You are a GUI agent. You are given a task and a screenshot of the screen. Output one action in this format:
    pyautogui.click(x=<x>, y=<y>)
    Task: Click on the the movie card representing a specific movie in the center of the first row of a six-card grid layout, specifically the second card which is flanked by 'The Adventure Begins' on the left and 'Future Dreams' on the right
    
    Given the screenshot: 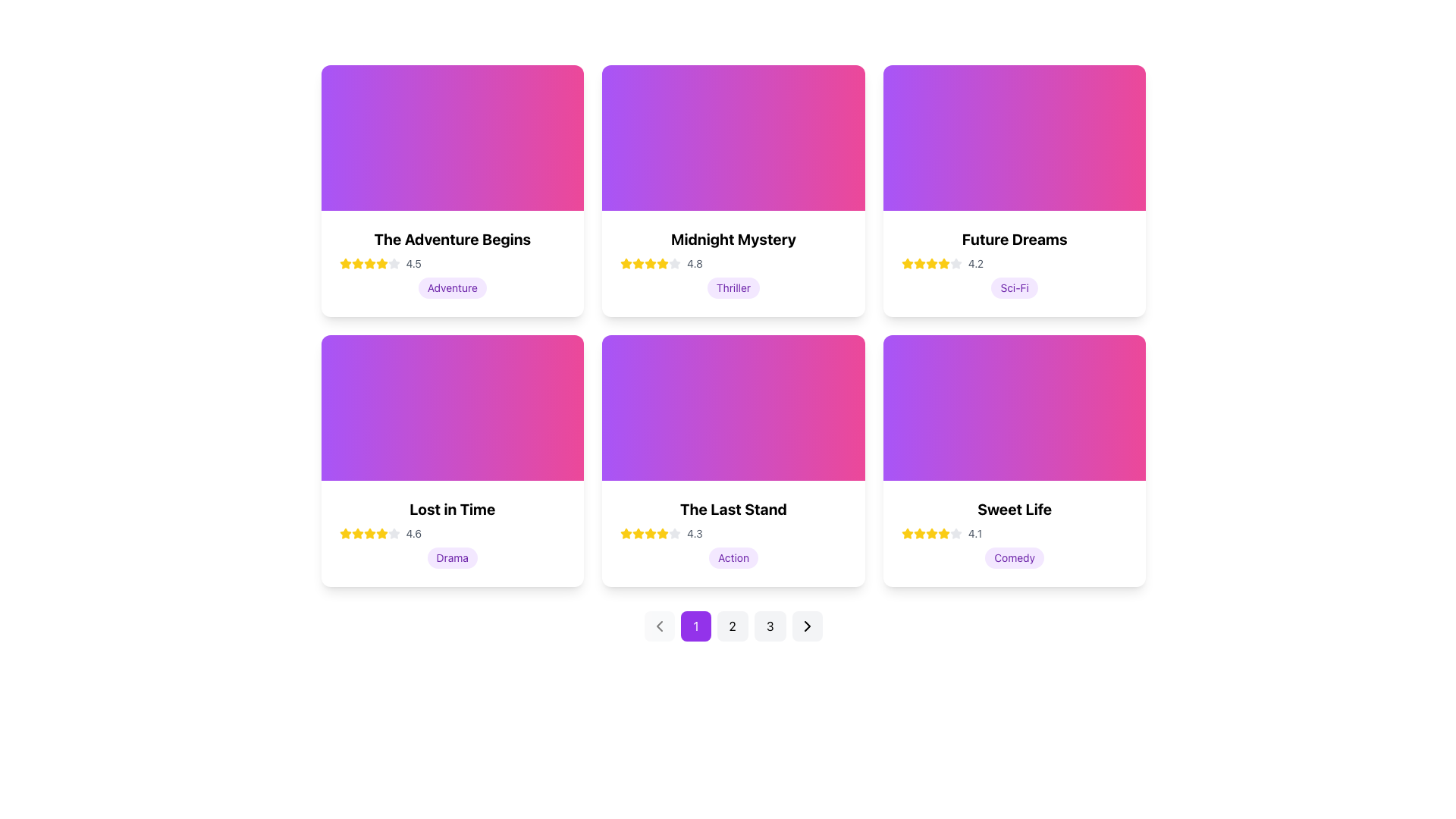 What is the action you would take?
    pyautogui.click(x=733, y=262)
    